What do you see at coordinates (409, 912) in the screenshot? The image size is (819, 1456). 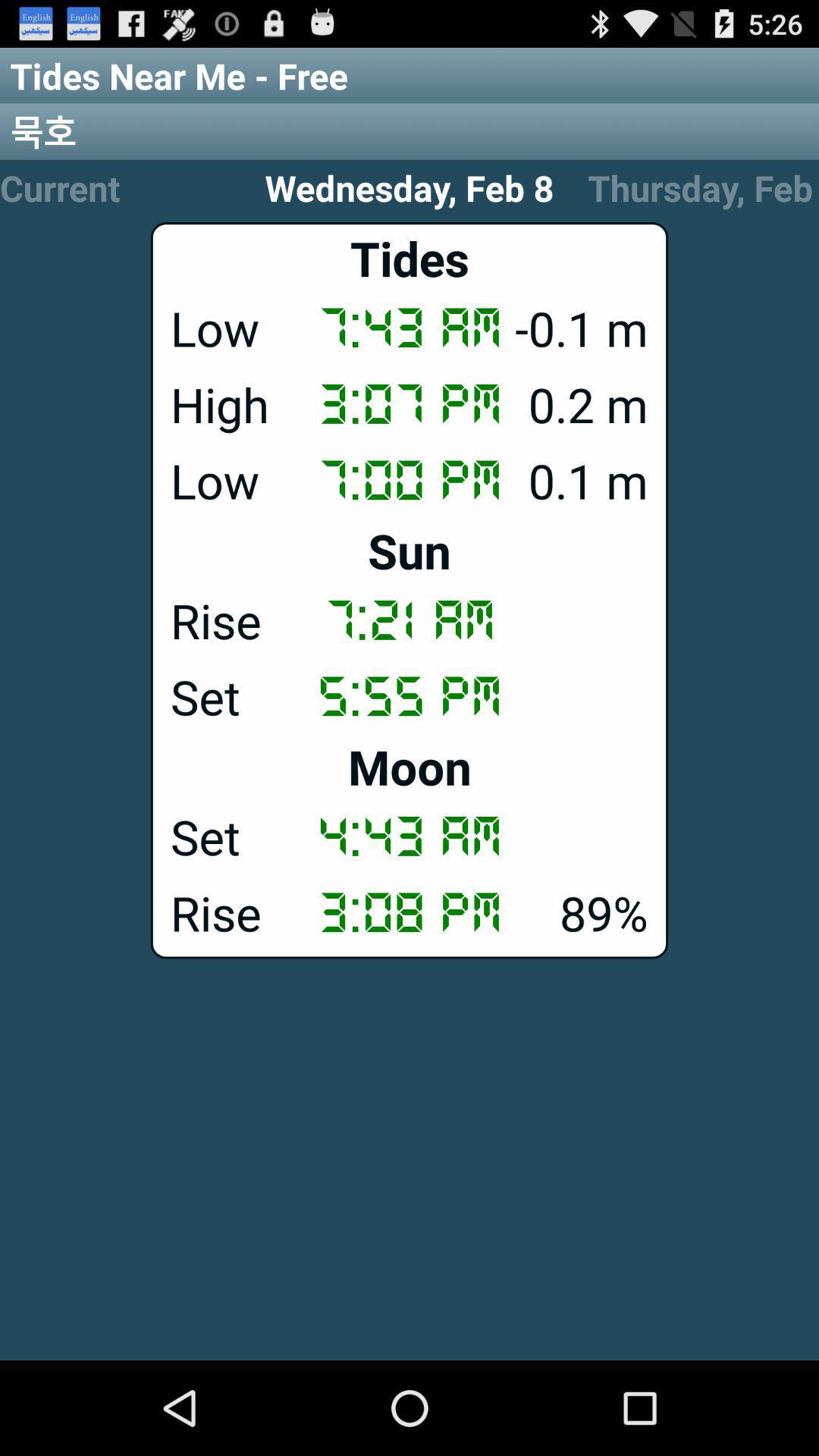 I see `the 89% app` at bounding box center [409, 912].